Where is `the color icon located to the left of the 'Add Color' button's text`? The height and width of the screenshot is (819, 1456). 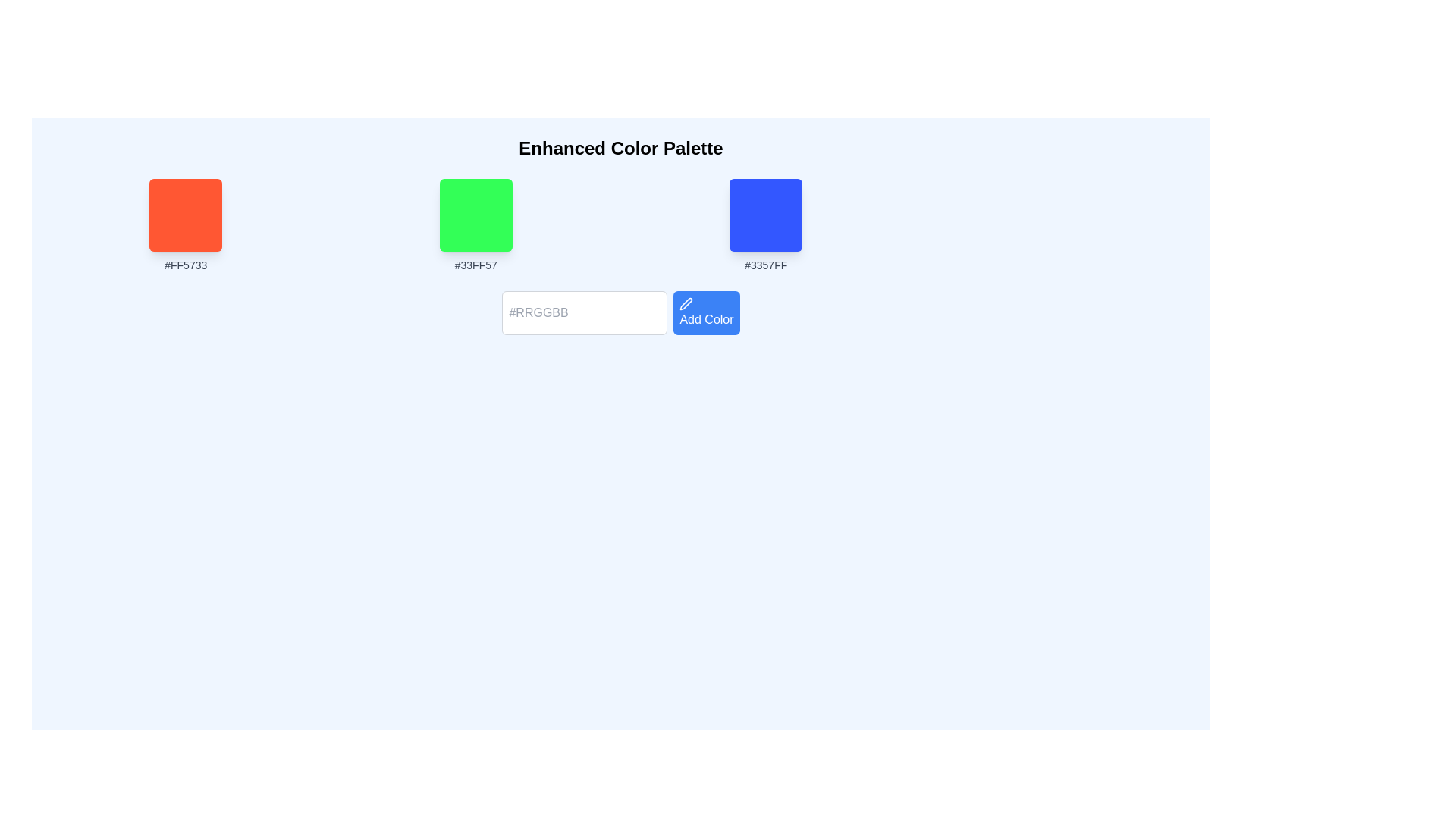
the color icon located to the left of the 'Add Color' button's text is located at coordinates (686, 304).